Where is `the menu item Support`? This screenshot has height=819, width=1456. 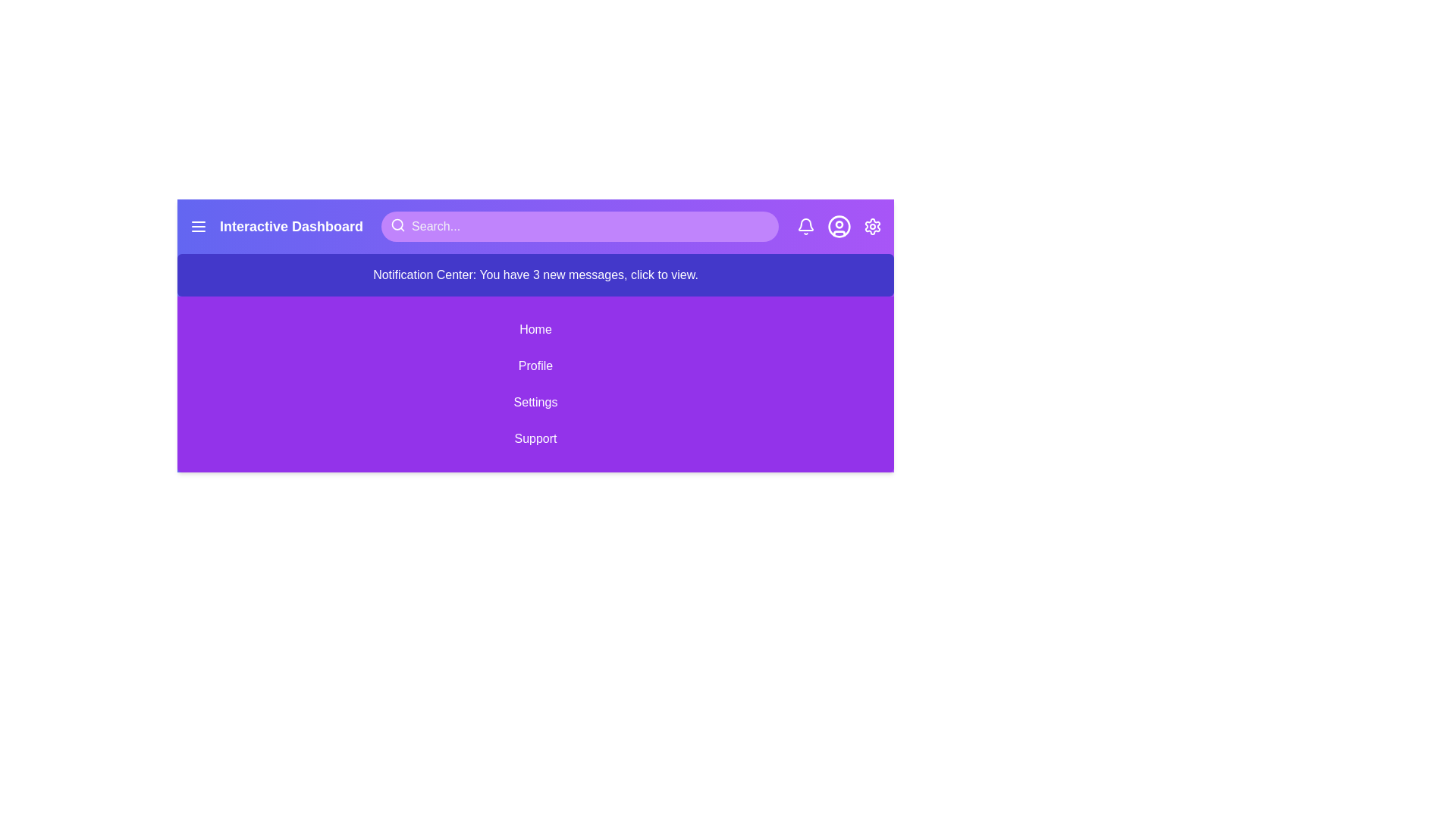
the menu item Support is located at coordinates (535, 438).